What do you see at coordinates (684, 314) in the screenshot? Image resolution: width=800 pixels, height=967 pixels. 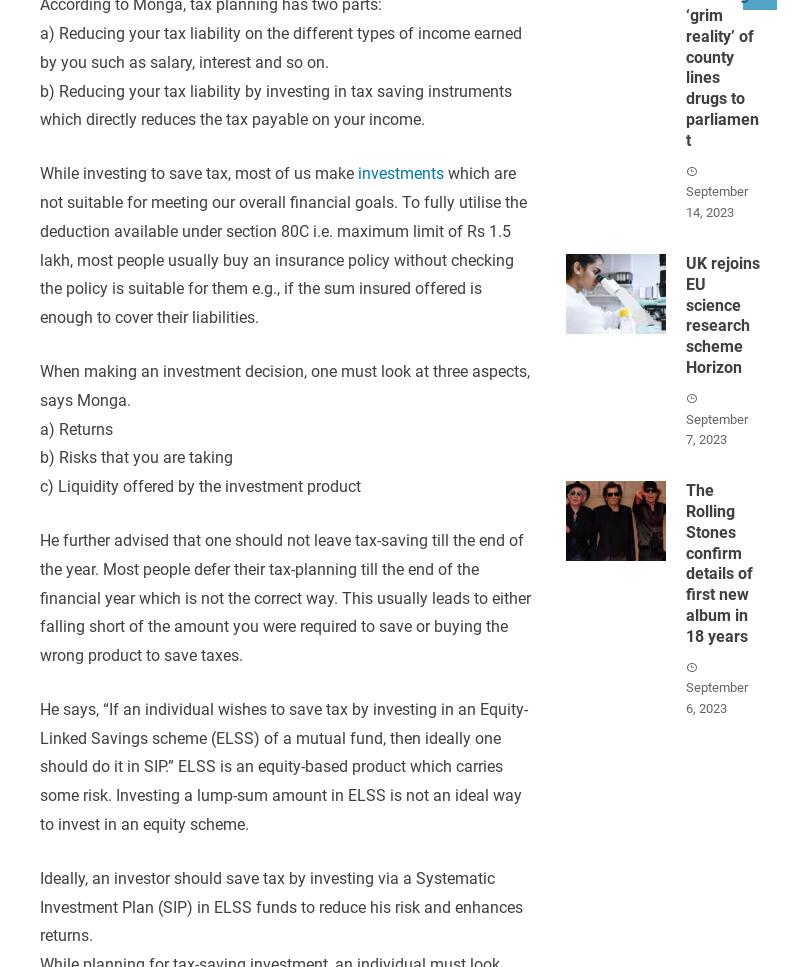 I see `'UK rejoins EU science research scheme Horizon'` at bounding box center [684, 314].